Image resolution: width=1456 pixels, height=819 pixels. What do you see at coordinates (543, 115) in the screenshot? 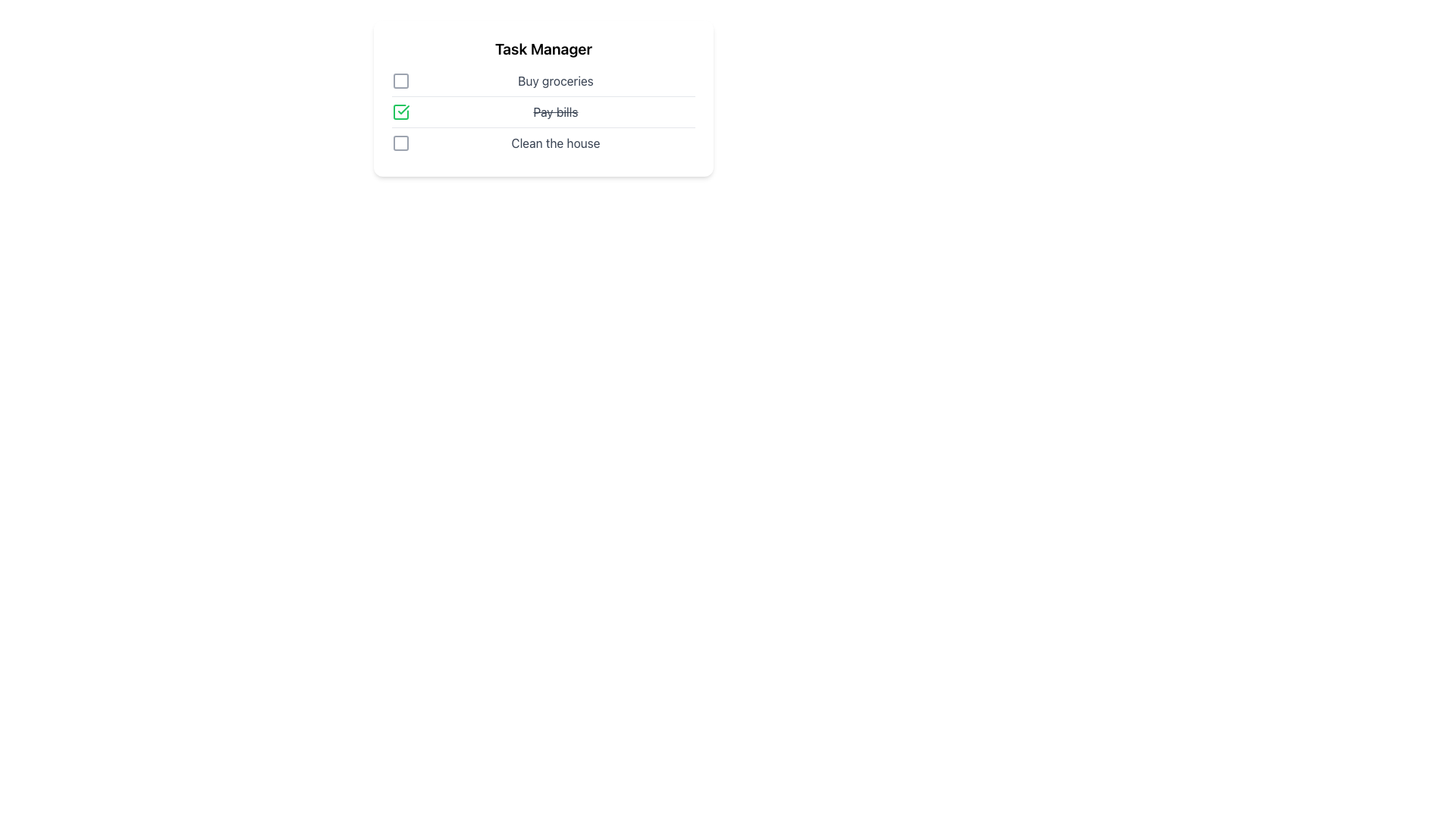
I see `the checkbox labeled 'Pay bills'` at bounding box center [543, 115].